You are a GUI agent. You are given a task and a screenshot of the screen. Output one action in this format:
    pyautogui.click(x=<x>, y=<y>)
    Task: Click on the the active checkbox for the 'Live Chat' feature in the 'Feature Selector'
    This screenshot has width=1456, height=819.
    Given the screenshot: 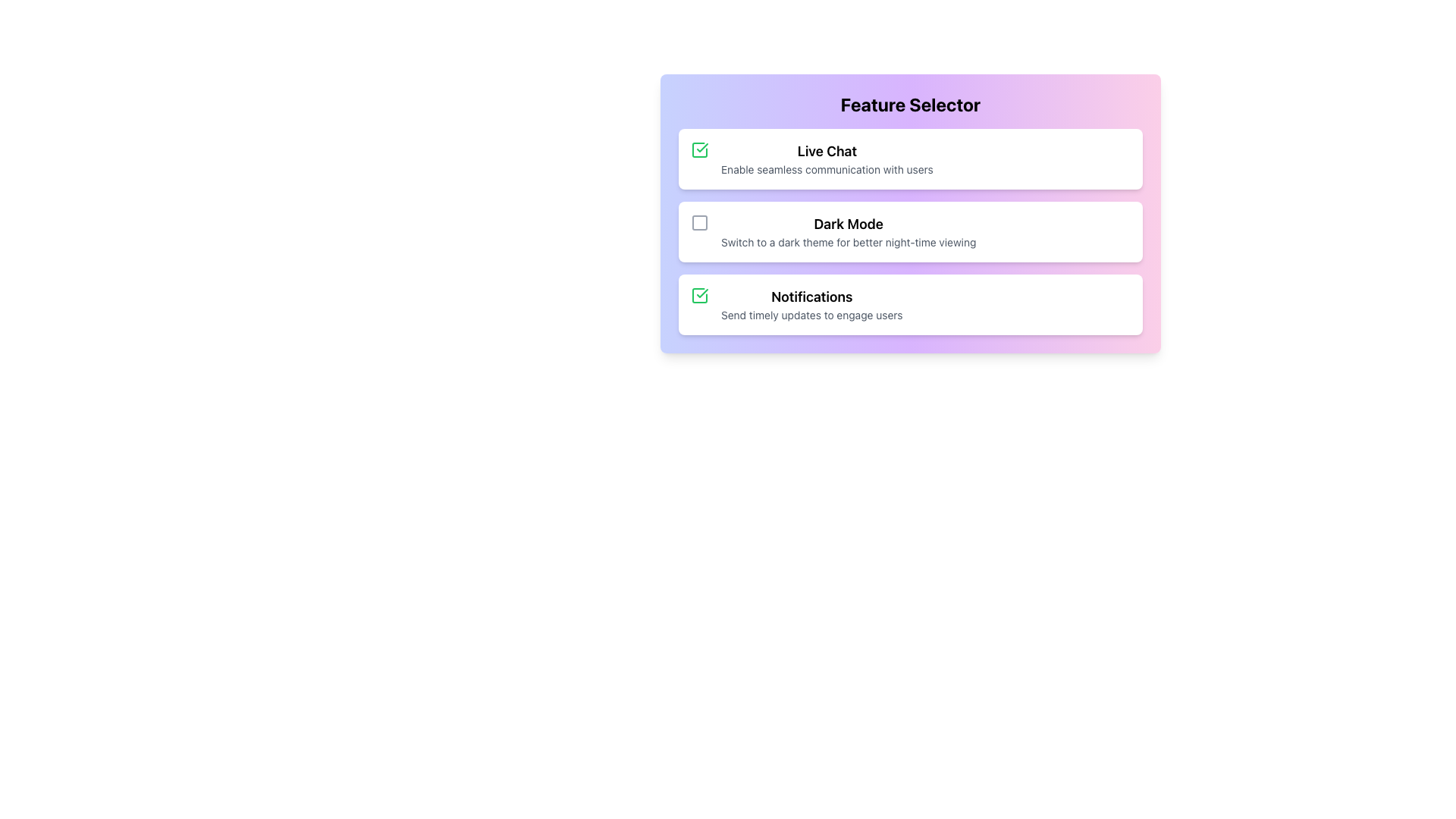 What is the action you would take?
    pyautogui.click(x=698, y=295)
    